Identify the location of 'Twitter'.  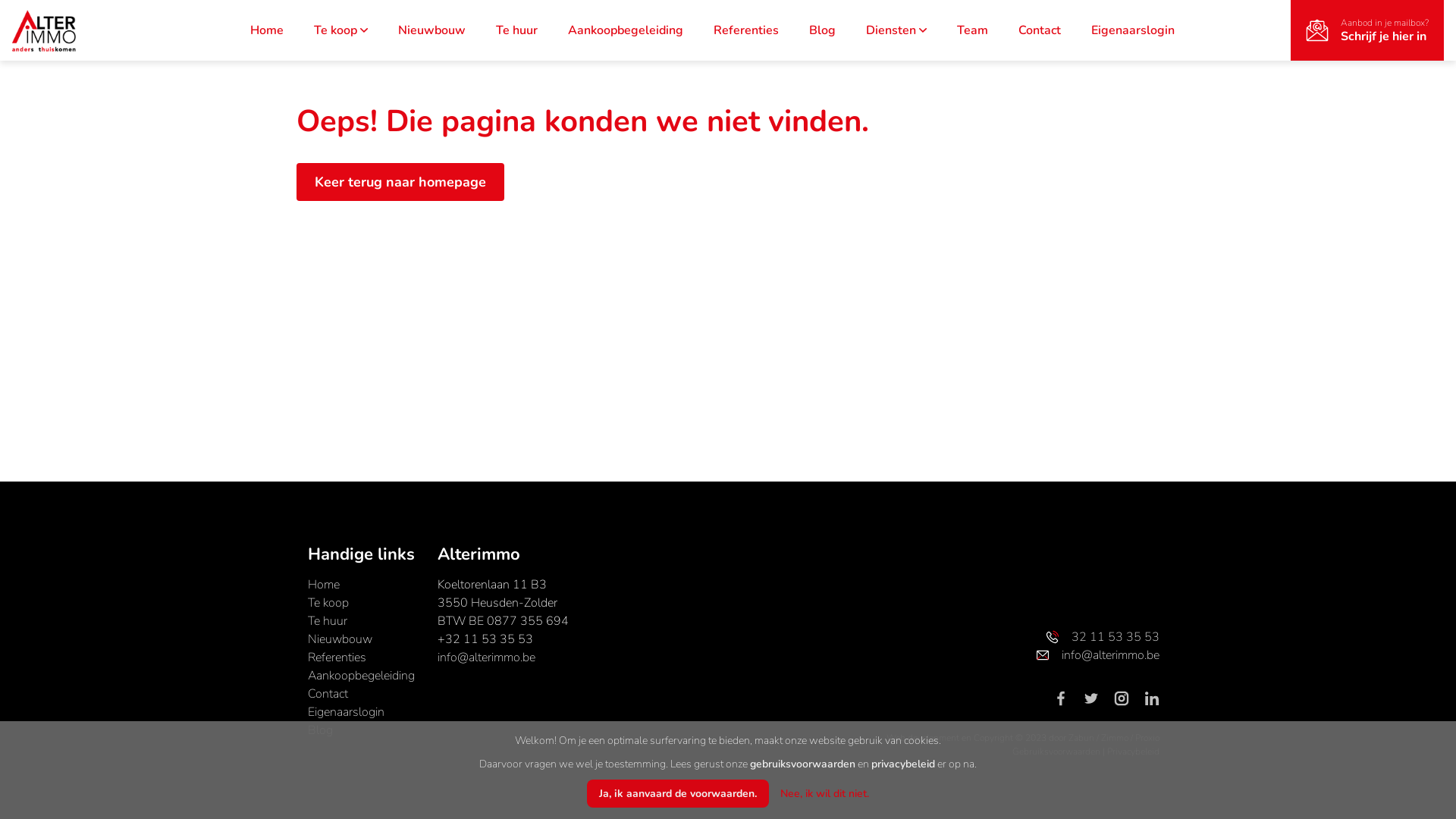
(1097, 698).